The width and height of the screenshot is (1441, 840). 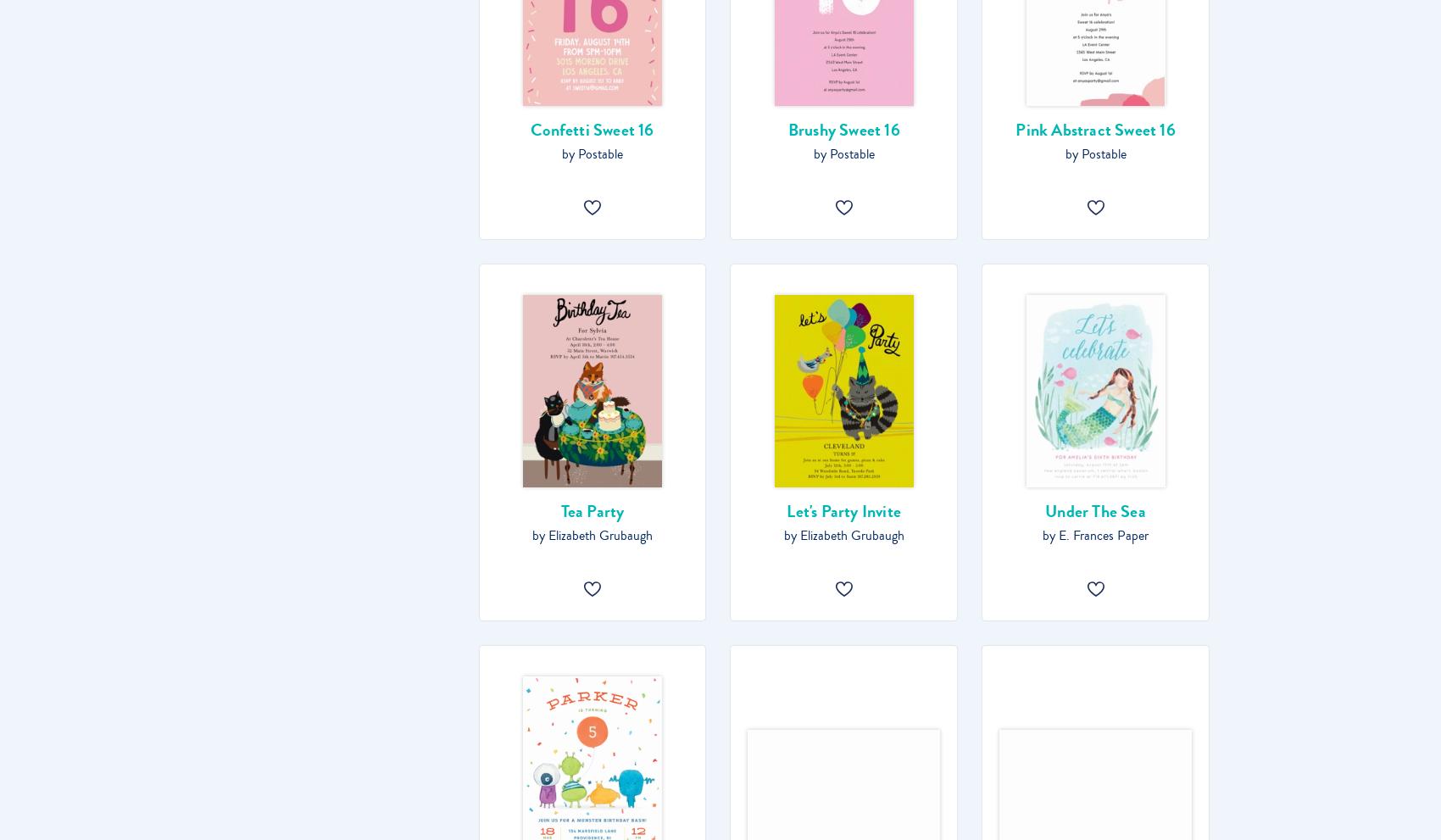 What do you see at coordinates (1104, 534) in the screenshot?
I see `'E. Frances Paper'` at bounding box center [1104, 534].